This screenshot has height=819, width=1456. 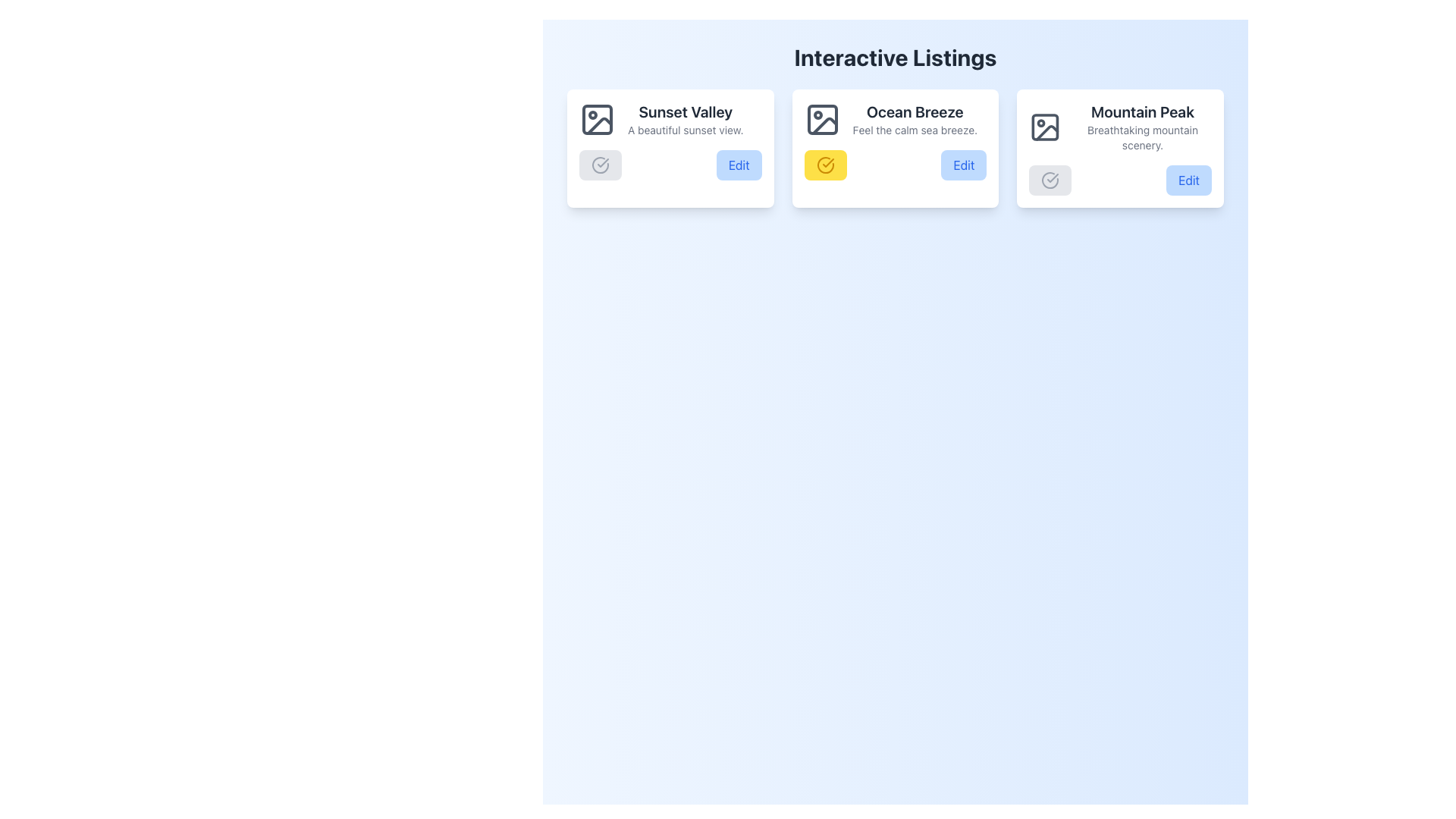 What do you see at coordinates (895, 119) in the screenshot?
I see `the second card in a grid layout that contains text and an icon, providing a title and subtitle for user information` at bounding box center [895, 119].